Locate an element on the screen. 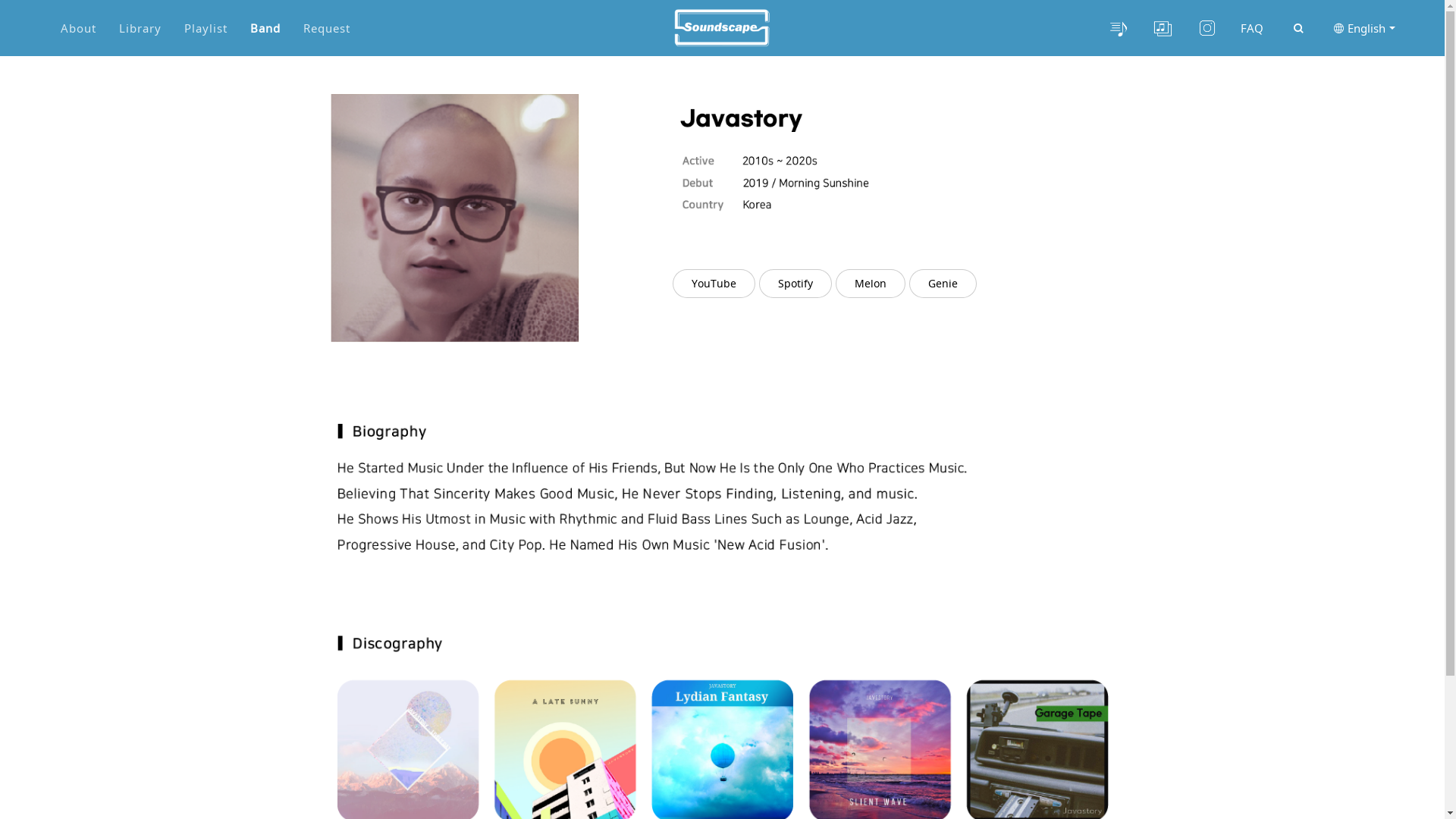 The height and width of the screenshot is (819, 1456). 'Melon' is located at coordinates (870, 284).